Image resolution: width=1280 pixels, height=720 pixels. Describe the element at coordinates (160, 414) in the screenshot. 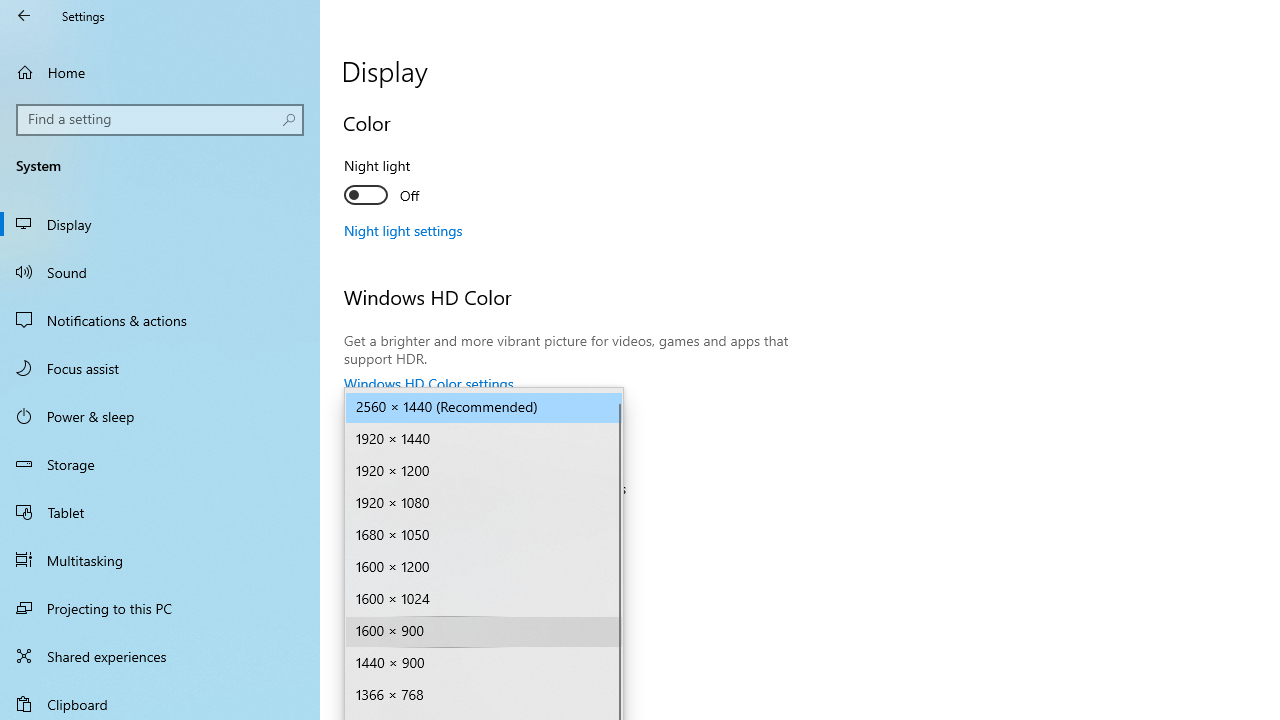

I see `'Power & sleep'` at that location.